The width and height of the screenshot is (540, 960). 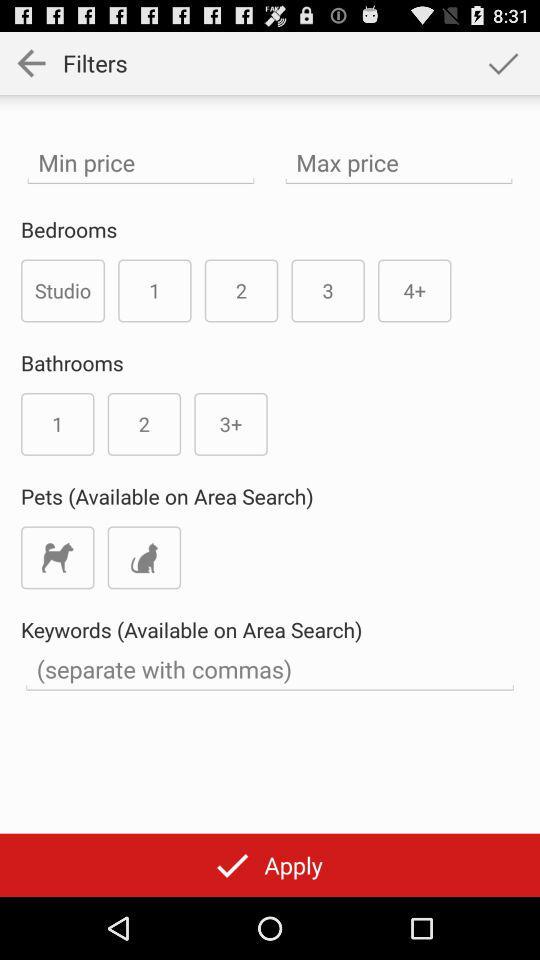 What do you see at coordinates (399, 161) in the screenshot?
I see `a price` at bounding box center [399, 161].